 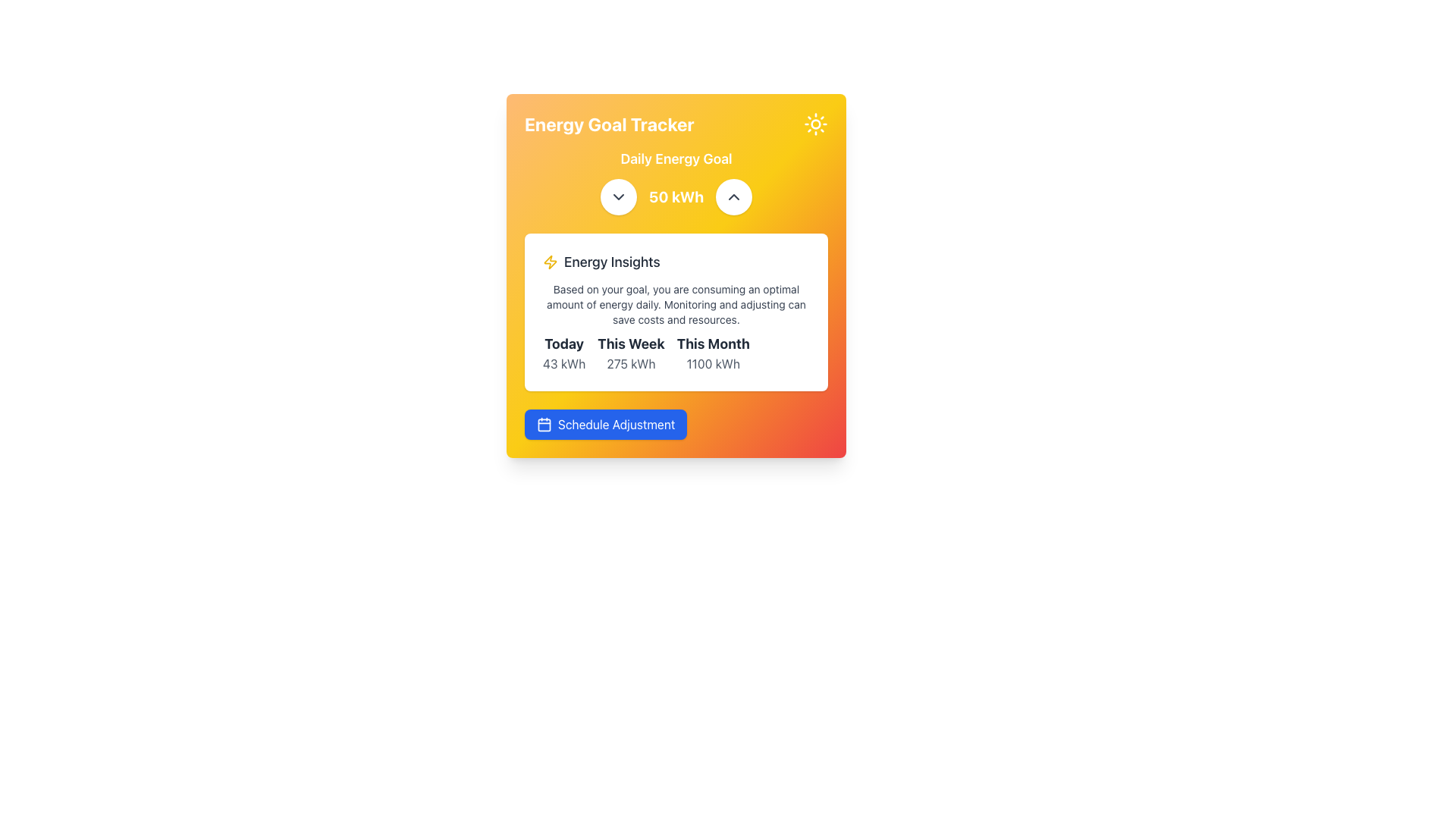 I want to click on the Text display (informative) that shows 'This Month' and '1100 kWh', which is the third element in the 'Energy Insights' section, so click(x=712, y=353).